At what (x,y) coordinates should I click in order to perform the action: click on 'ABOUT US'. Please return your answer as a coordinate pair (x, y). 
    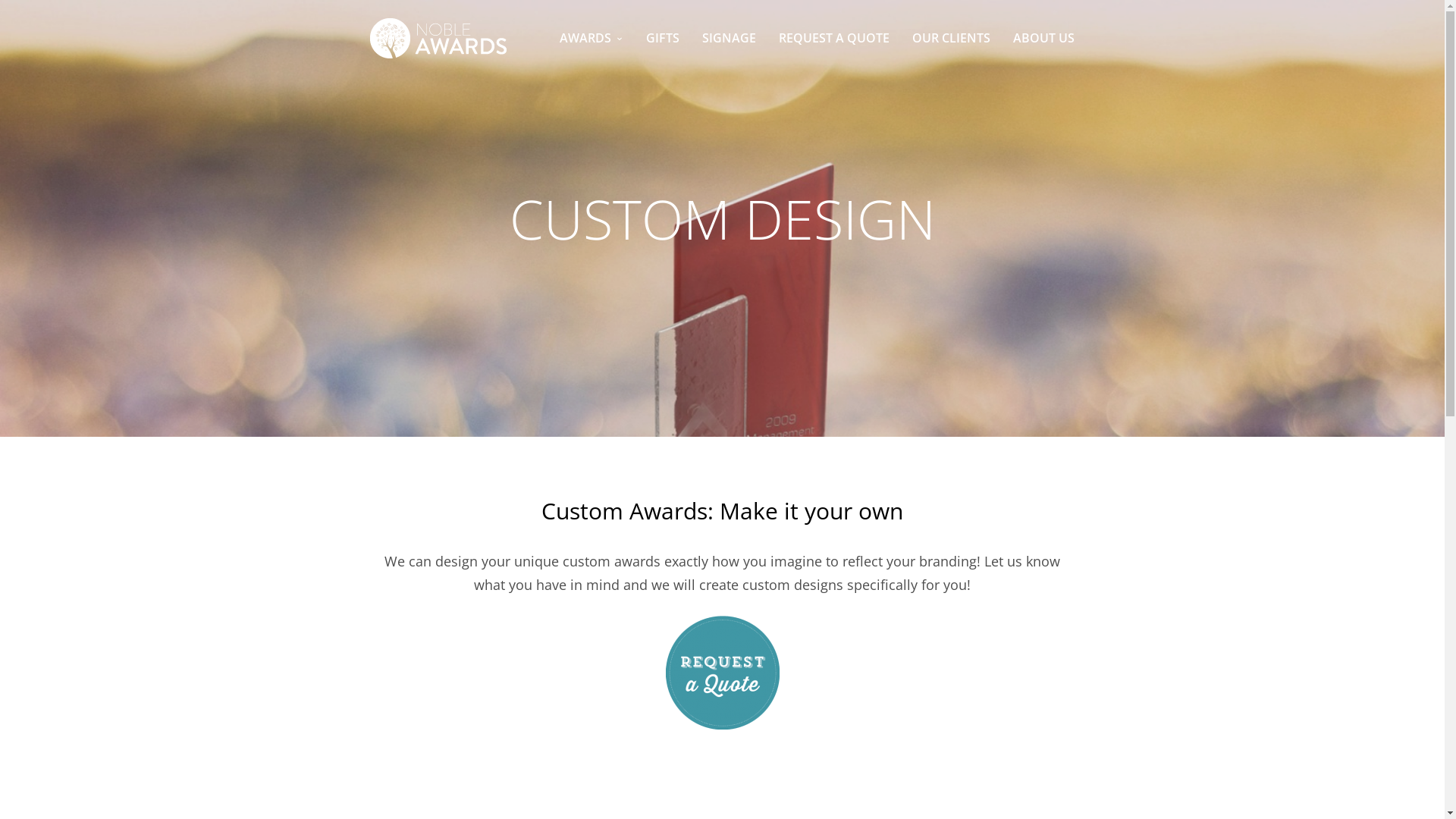
    Looking at the image, I should click on (1043, 37).